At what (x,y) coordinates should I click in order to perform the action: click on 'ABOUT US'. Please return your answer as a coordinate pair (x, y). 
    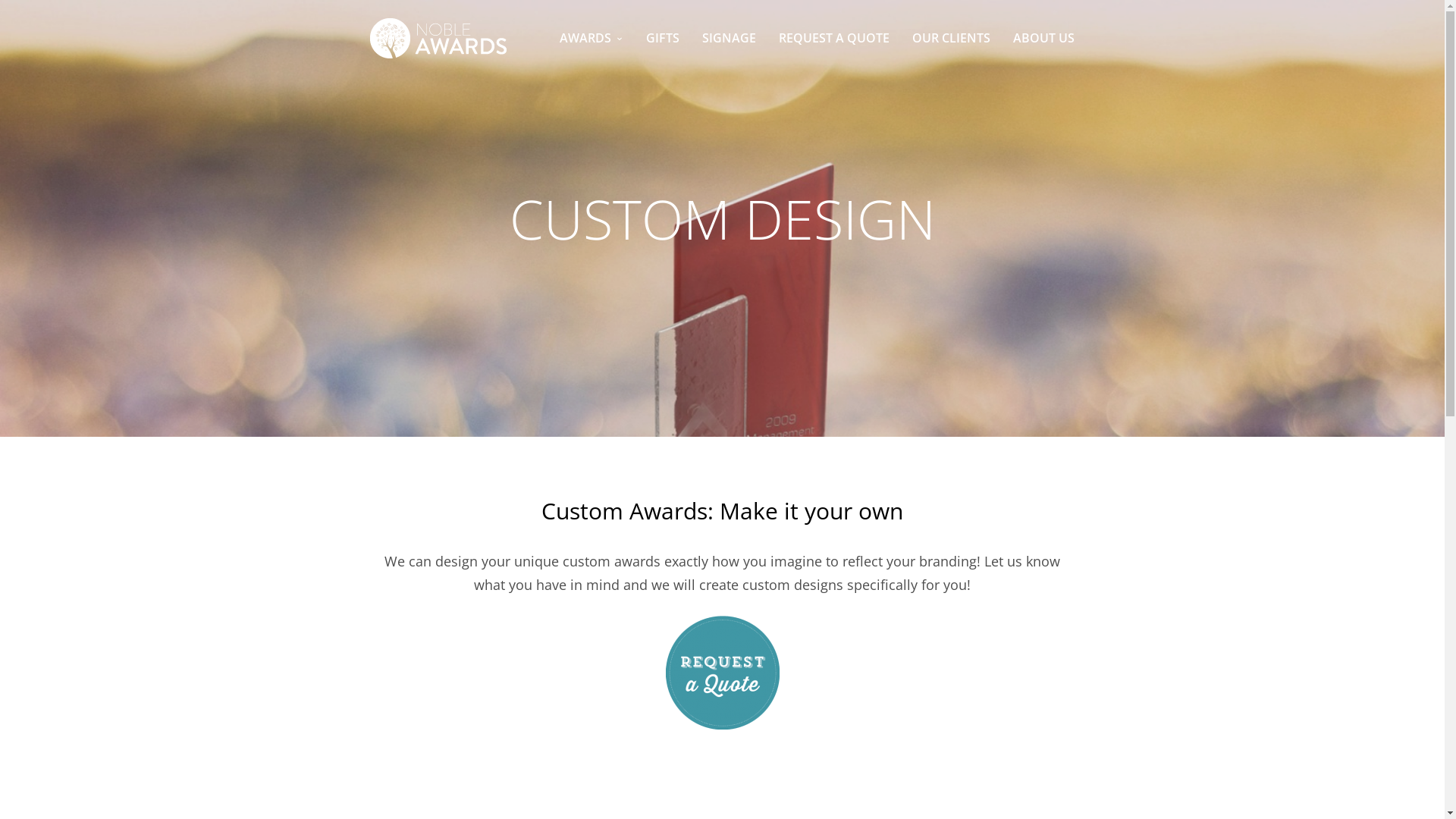
    Looking at the image, I should click on (1043, 37).